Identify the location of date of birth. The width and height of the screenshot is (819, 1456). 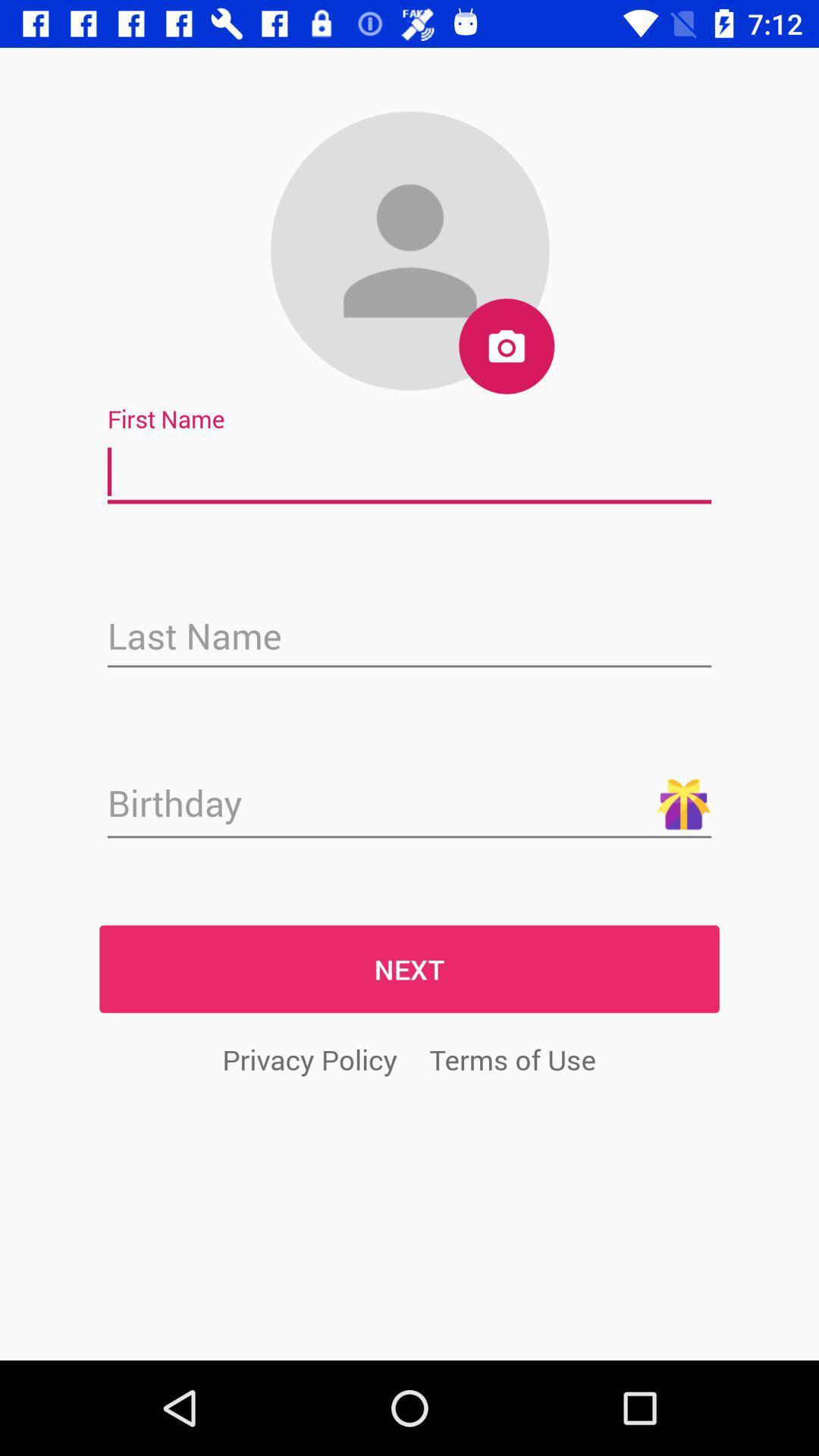
(409, 804).